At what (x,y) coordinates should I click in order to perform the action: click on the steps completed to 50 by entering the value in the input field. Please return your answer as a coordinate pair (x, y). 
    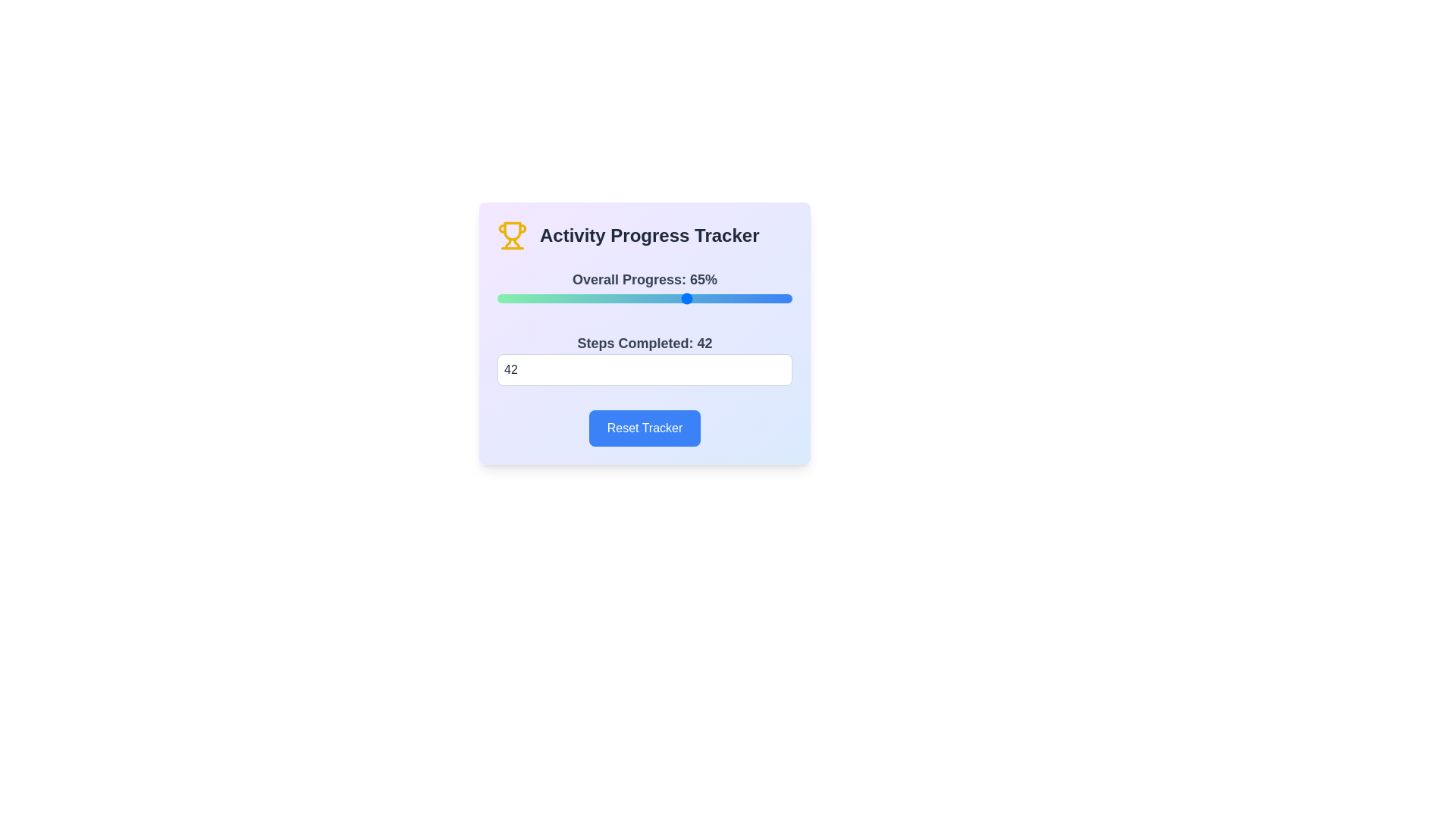
    Looking at the image, I should click on (645, 370).